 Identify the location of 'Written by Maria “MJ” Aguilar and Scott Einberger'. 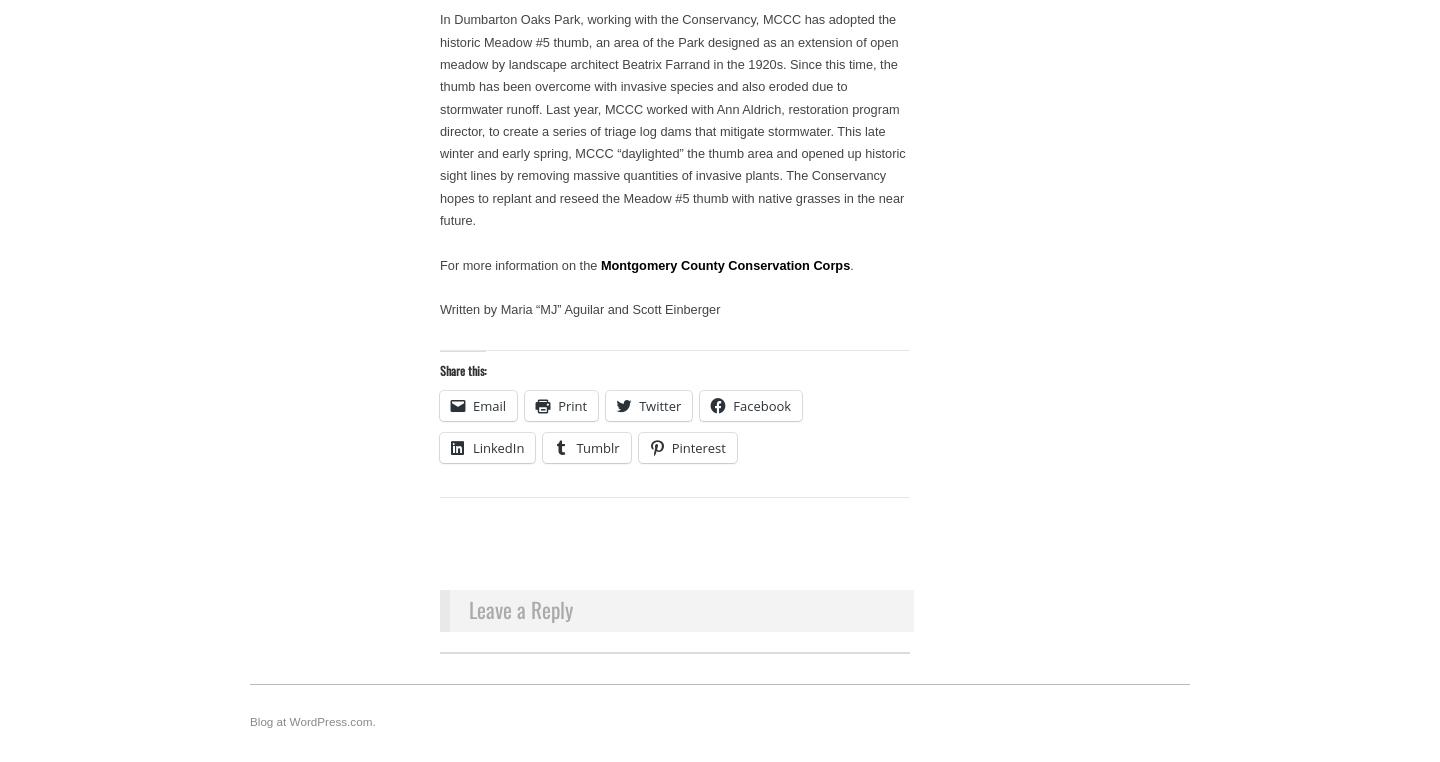
(580, 308).